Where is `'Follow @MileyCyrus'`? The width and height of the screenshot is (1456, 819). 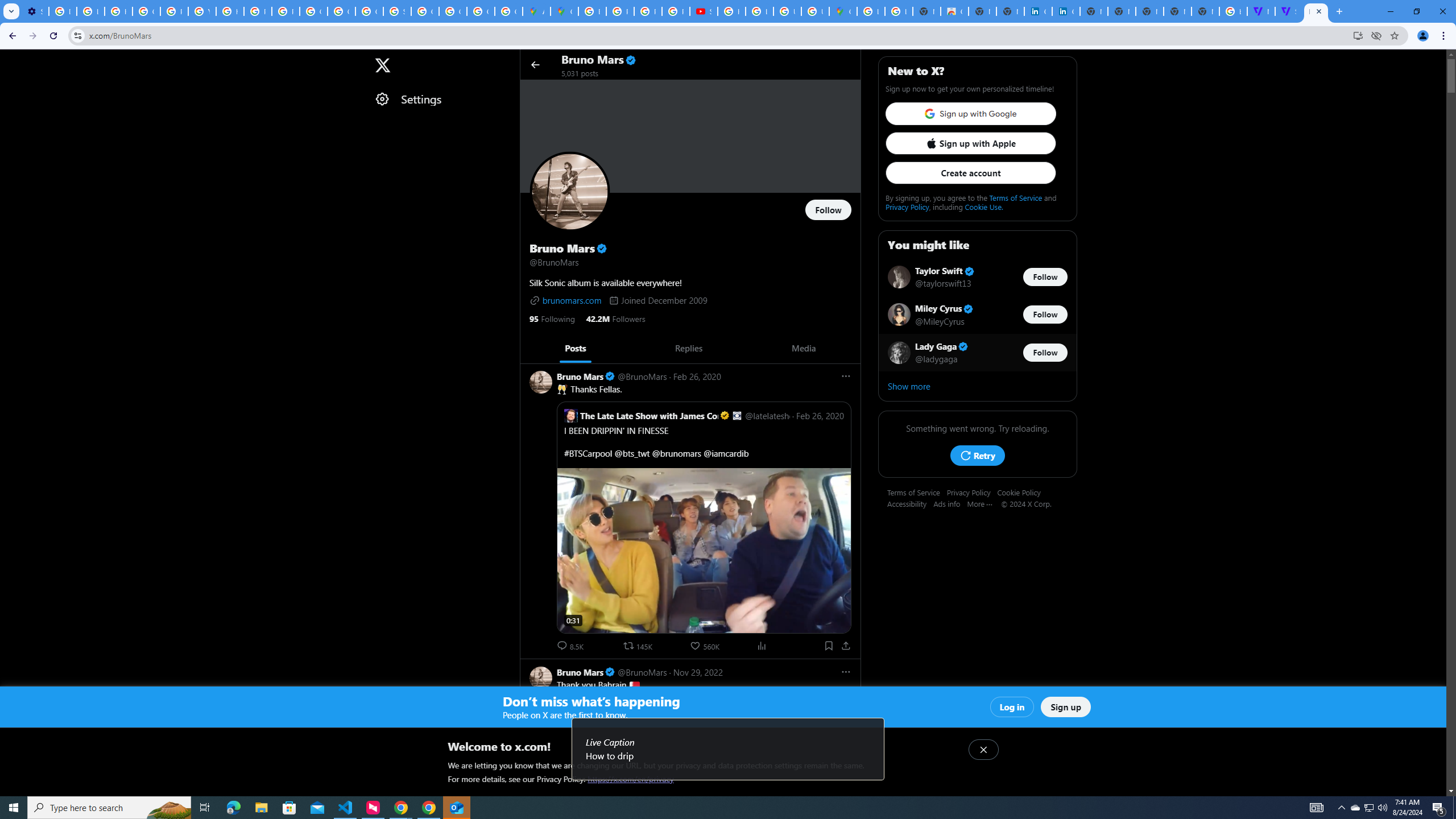
'Follow @MileyCyrus' is located at coordinates (1045, 314).